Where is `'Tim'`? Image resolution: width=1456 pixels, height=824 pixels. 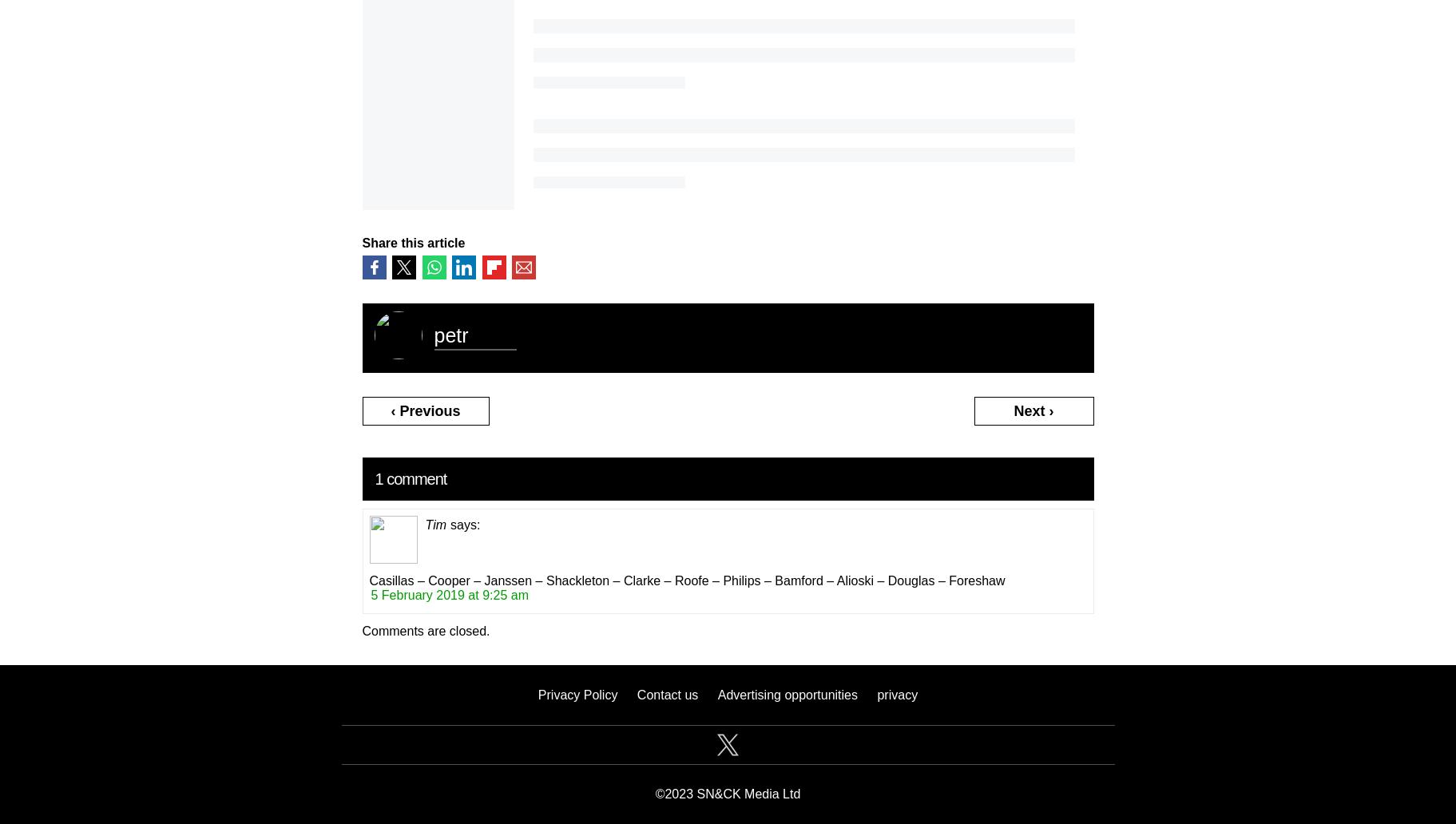 'Tim' is located at coordinates (435, 523).